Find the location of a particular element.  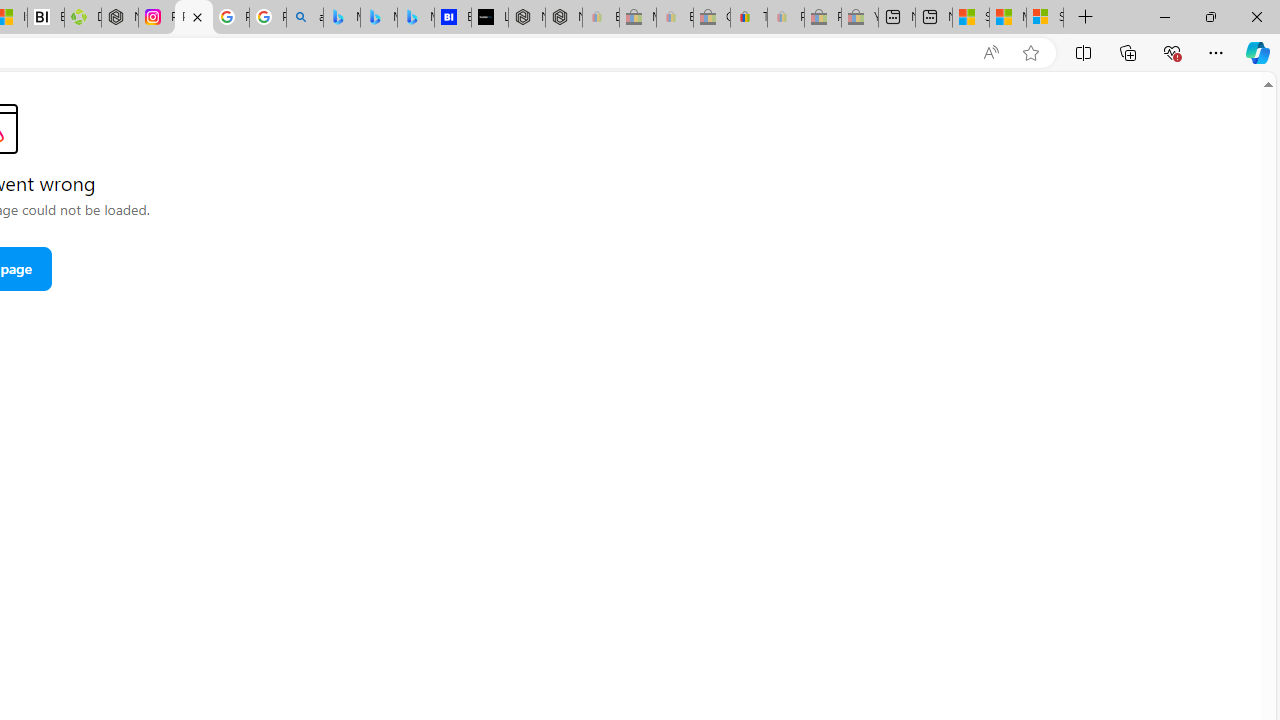

'Shanghai, China hourly forecast | Microsoft Weather' is located at coordinates (971, 17).